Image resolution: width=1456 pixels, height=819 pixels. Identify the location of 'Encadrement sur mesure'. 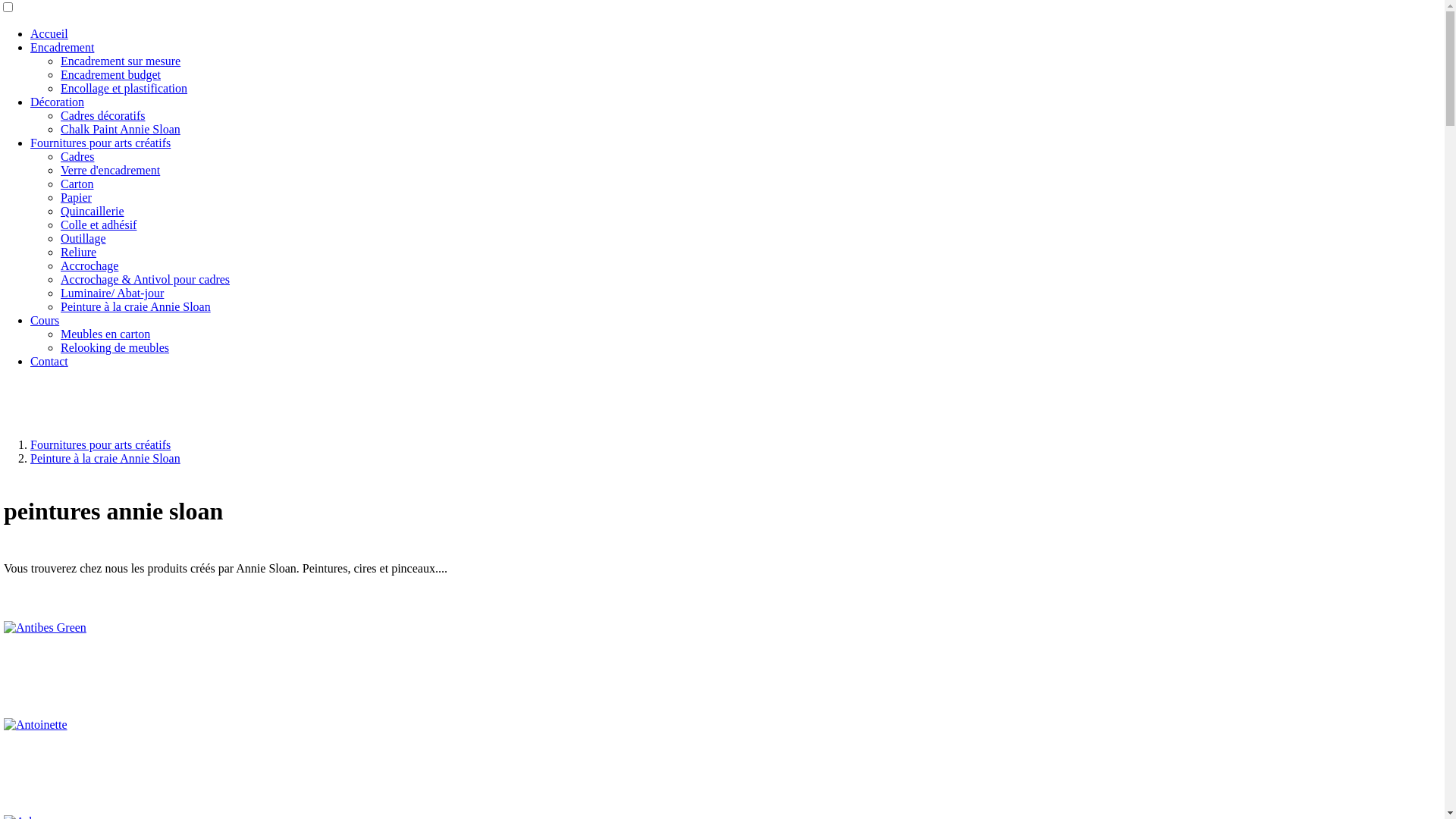
(119, 60).